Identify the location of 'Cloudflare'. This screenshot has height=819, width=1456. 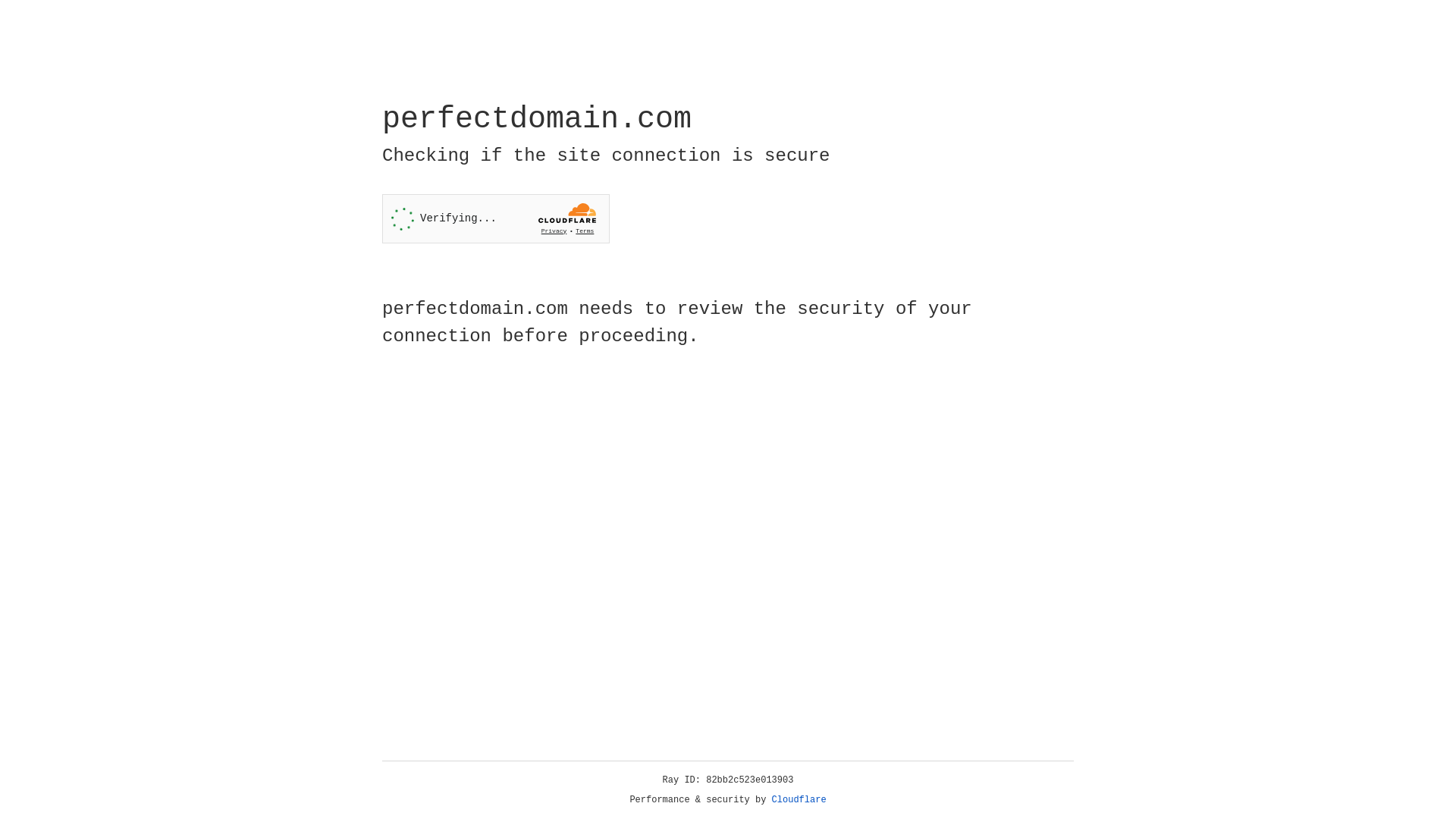
(799, 799).